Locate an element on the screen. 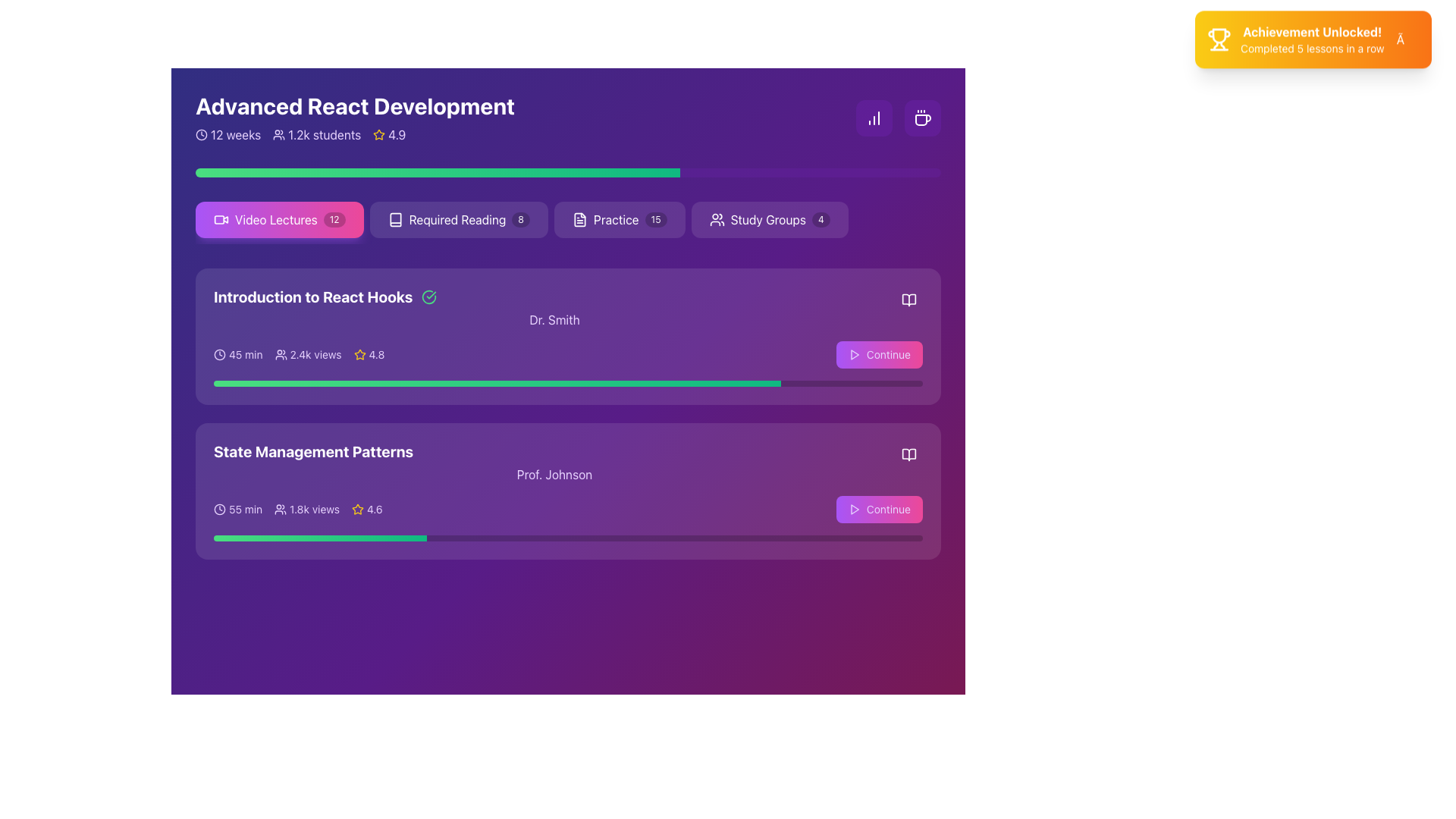 This screenshot has height=819, width=1456. the yellow star-shaped icon used for ratings, located to the left of the rating value '4.9' in the header for 'Advanced React Development' is located at coordinates (379, 133).